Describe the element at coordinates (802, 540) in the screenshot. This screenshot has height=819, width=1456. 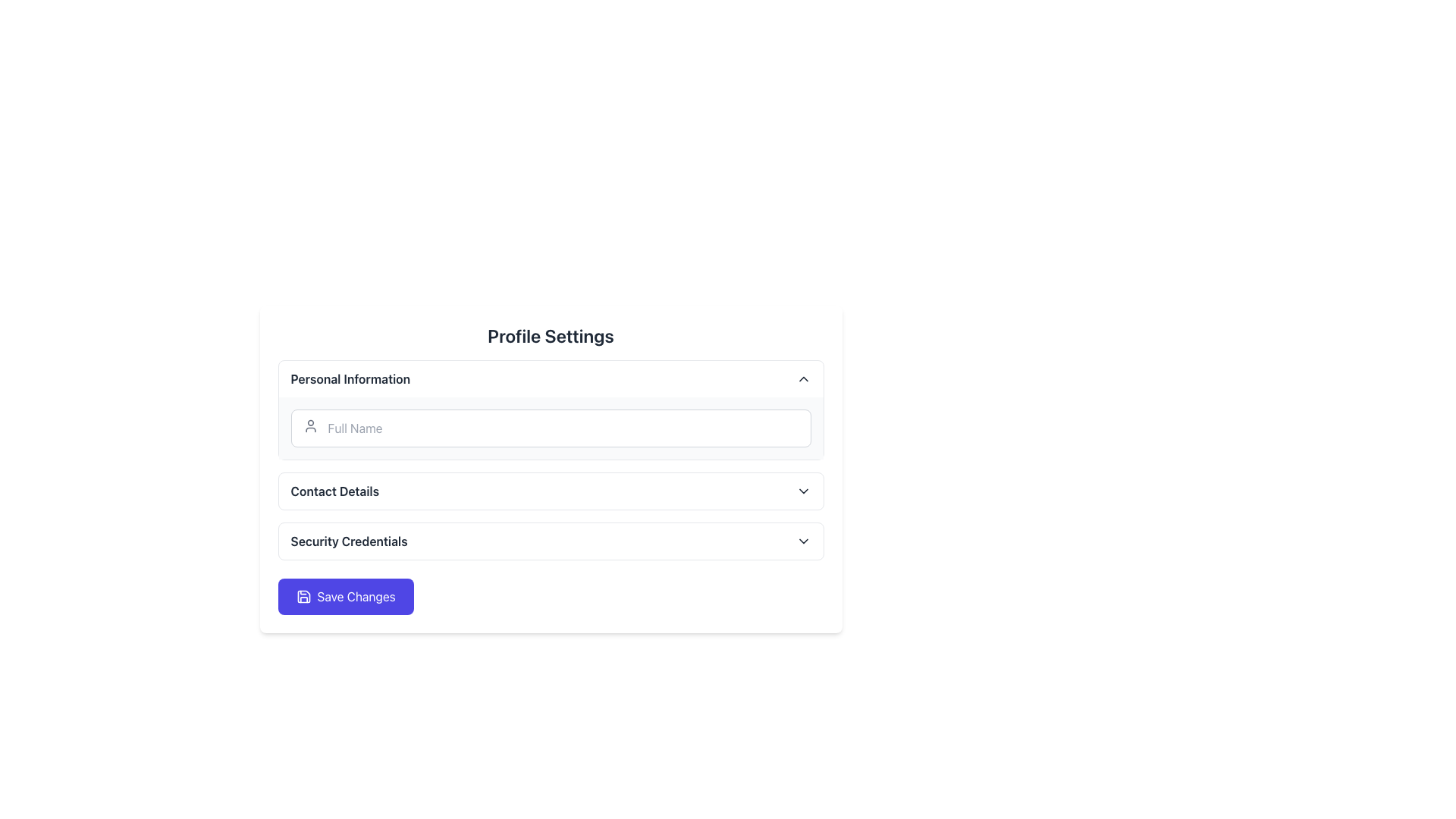
I see `the downward chevron arrow icon on the right side of the 'Security Credentials' row` at that location.